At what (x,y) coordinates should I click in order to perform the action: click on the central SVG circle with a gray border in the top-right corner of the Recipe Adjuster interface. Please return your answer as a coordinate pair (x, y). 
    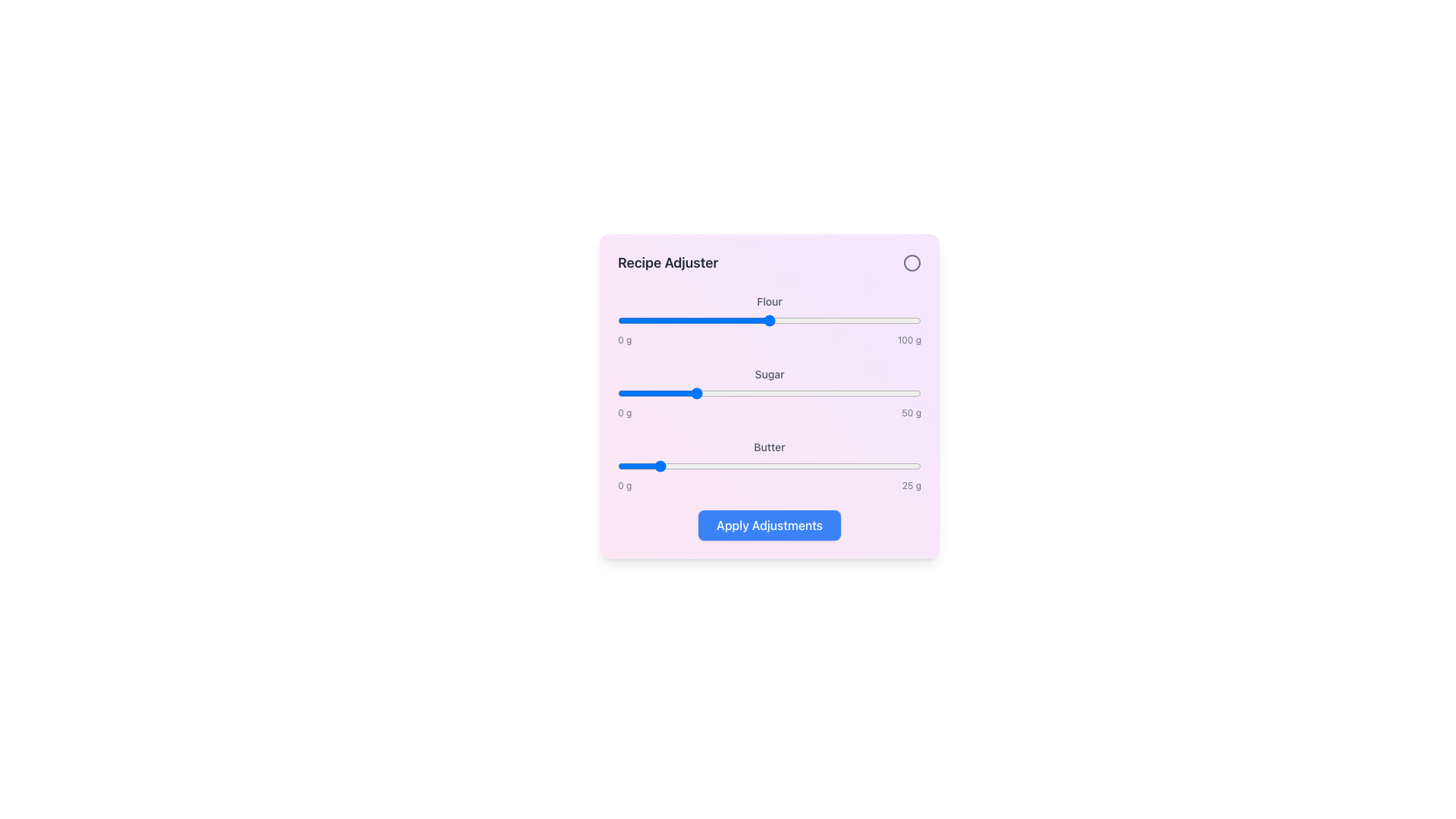
    Looking at the image, I should click on (912, 262).